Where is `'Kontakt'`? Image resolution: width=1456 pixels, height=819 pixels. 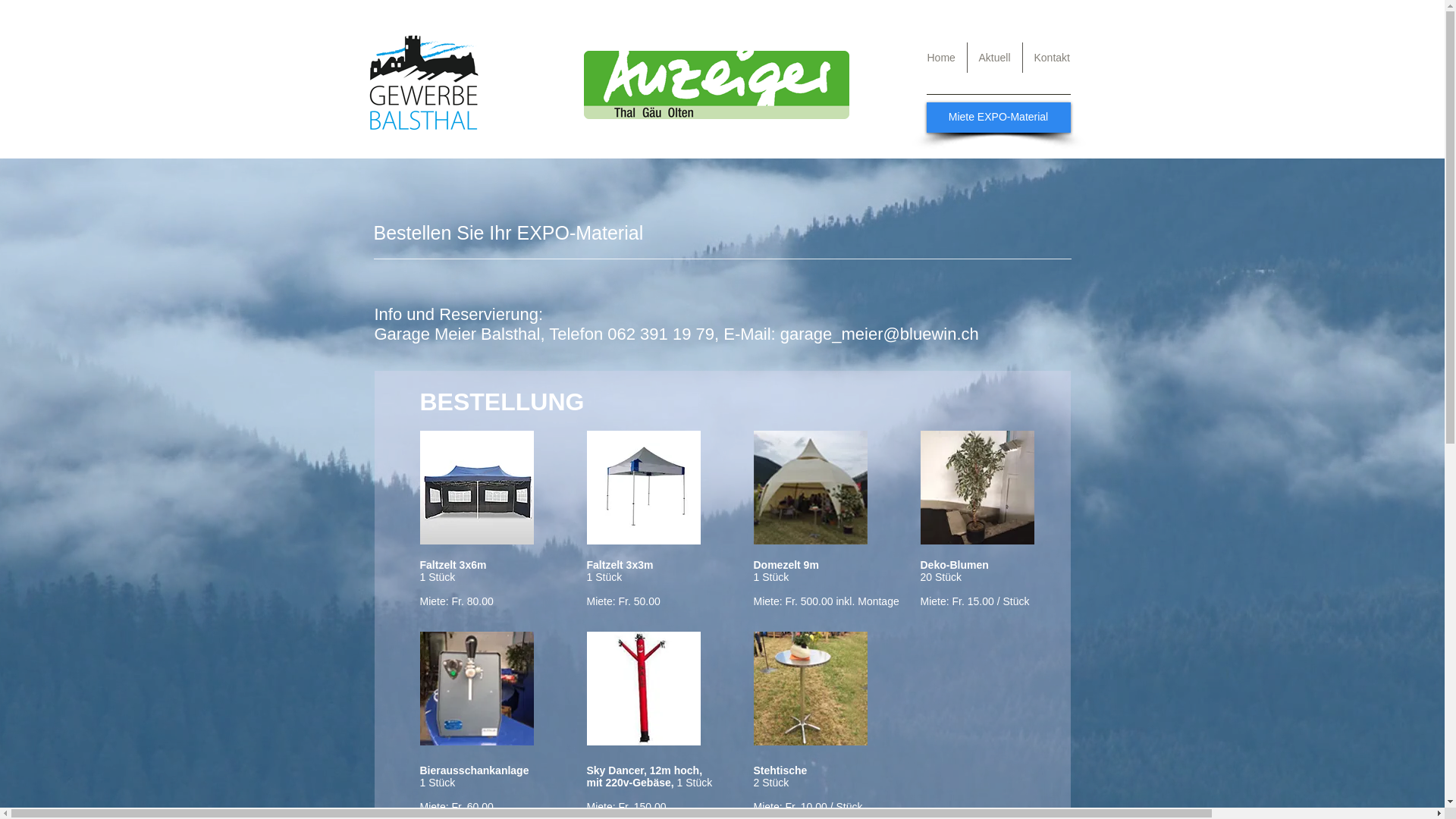 'Kontakt' is located at coordinates (1050, 57).